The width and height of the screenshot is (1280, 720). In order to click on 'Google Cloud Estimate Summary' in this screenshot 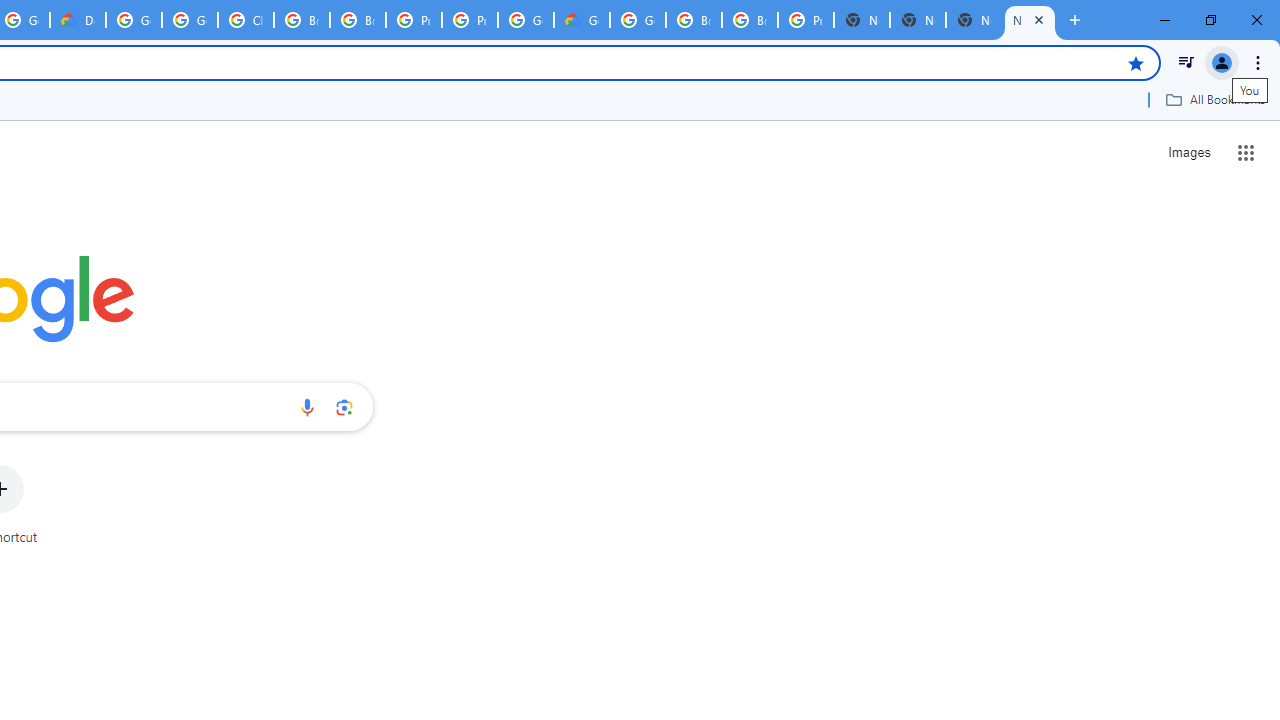, I will do `click(581, 20)`.